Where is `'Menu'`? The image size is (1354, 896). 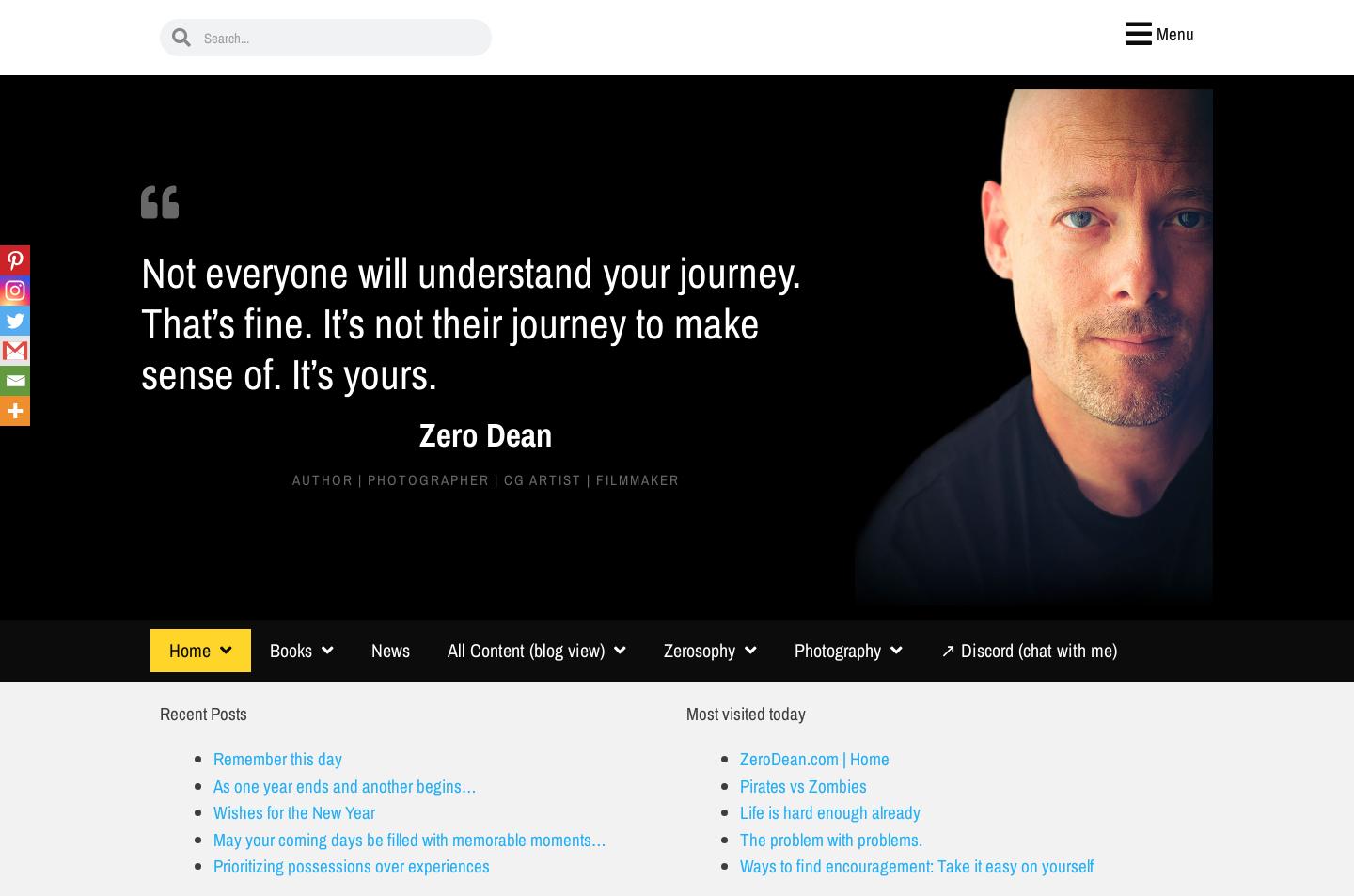 'Menu' is located at coordinates (1173, 31).